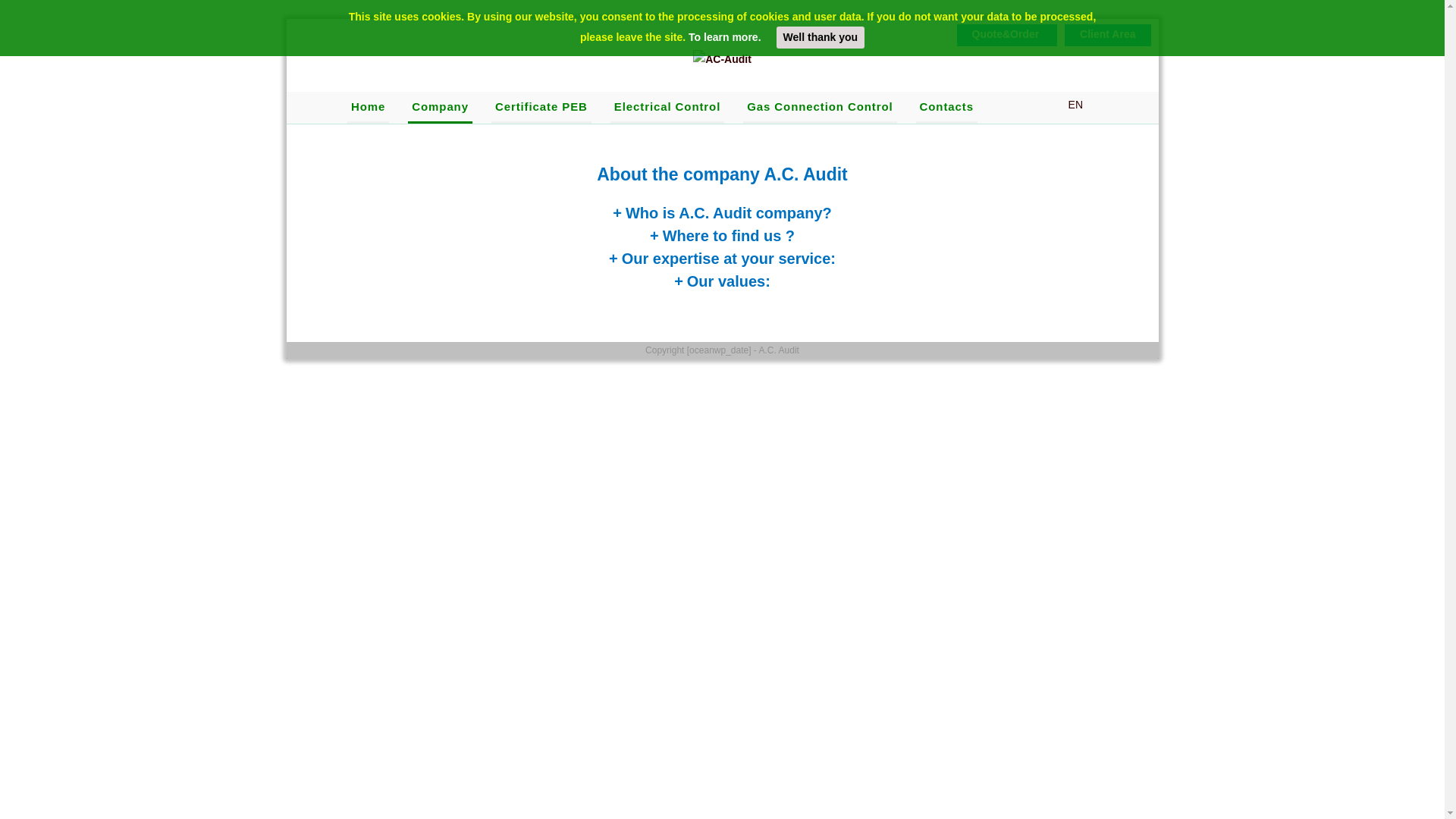  Describe the element at coordinates (667, 107) in the screenshot. I see `'Electrical Control'` at that location.